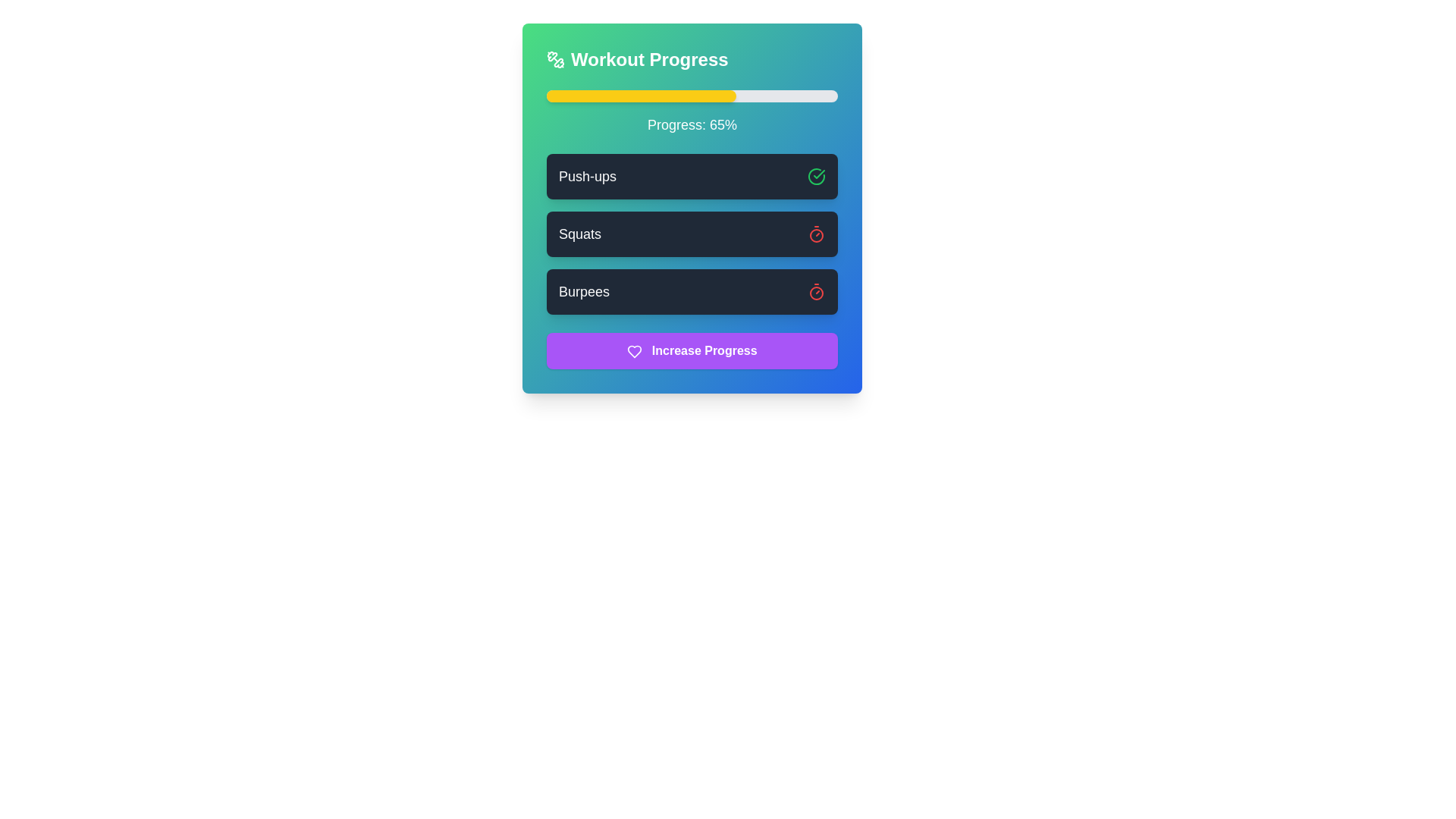 This screenshot has width=1456, height=819. I want to click on the decorative segment of the icon located to the left of the 'Workout Progress' text at the top of the panel, so click(551, 55).